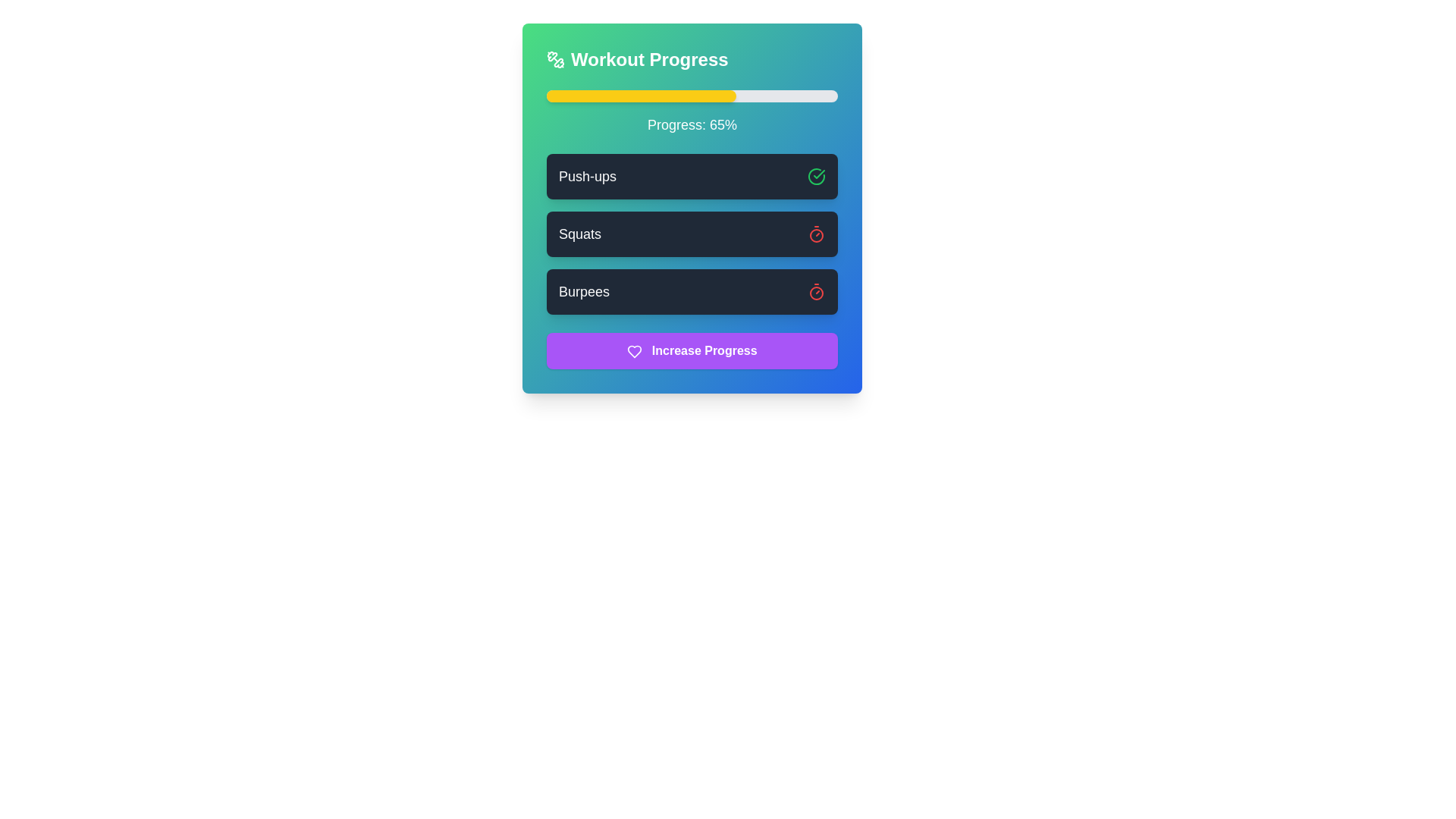 This screenshot has width=1456, height=819. I want to click on the decorative segment of the icon located to the left of the 'Workout Progress' text at the top of the panel, so click(551, 55).